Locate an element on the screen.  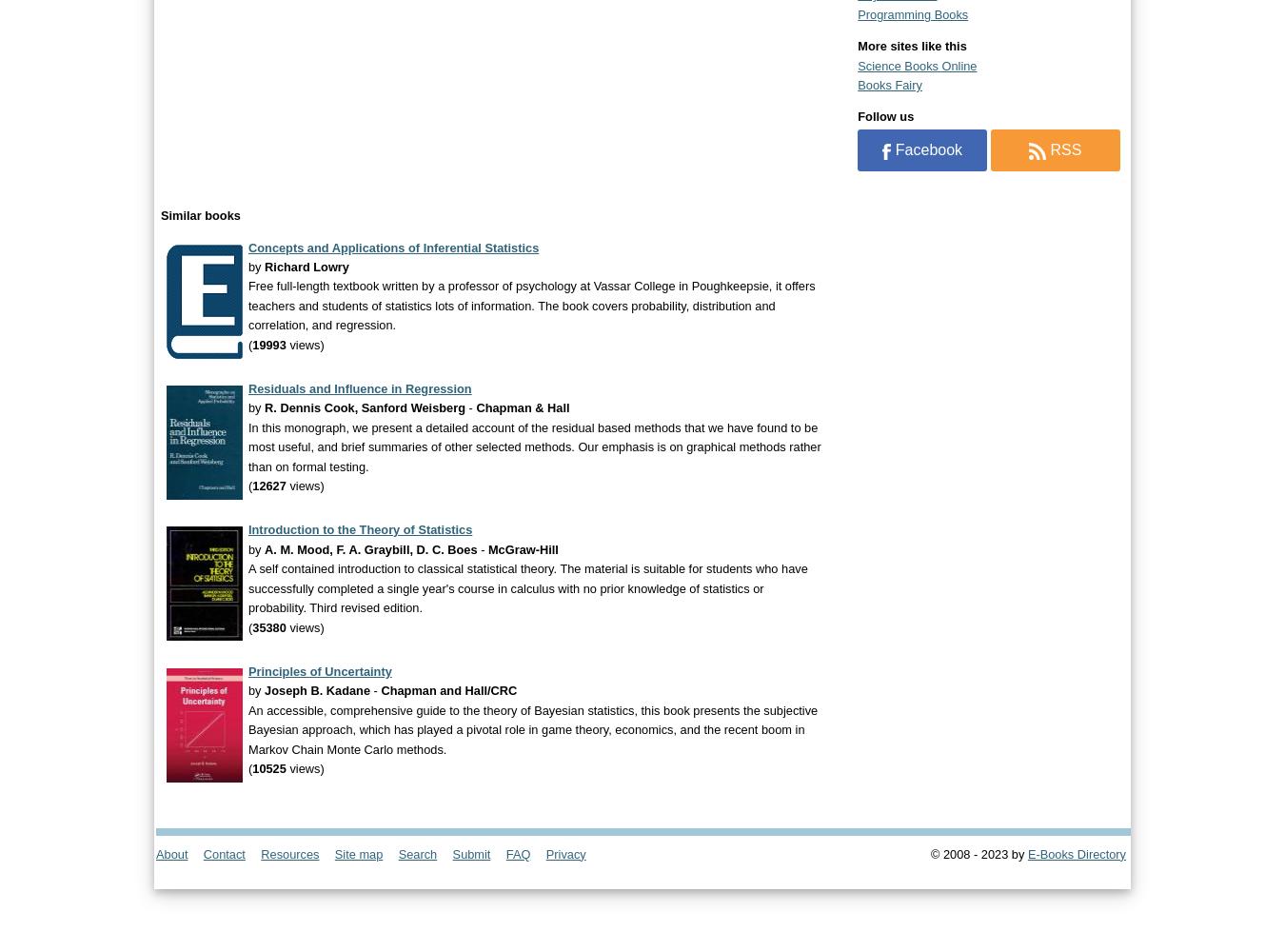
'Concepts and Applications of Inferential Statistics' is located at coordinates (393, 247).